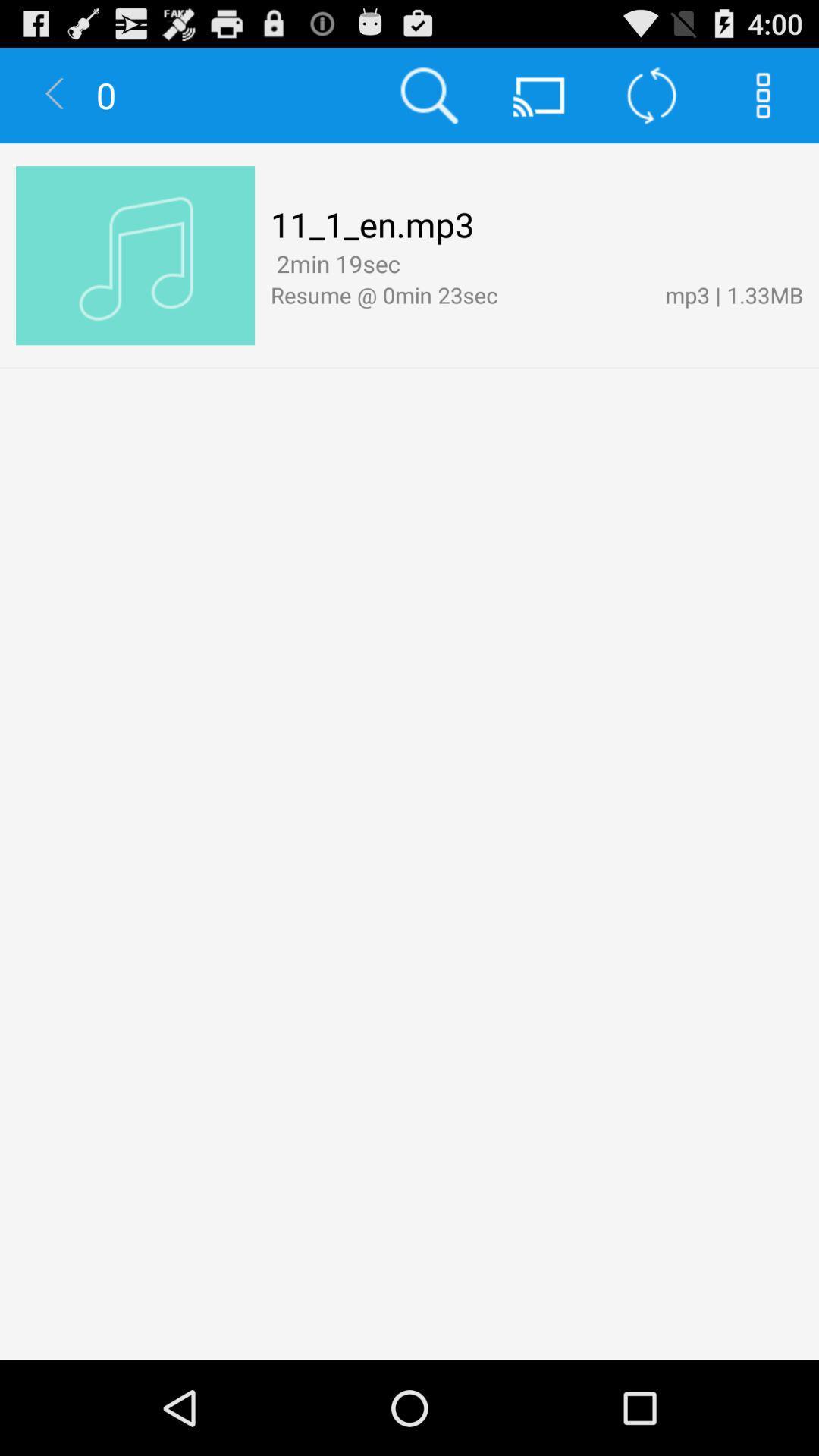 This screenshot has width=819, height=1456. I want to click on item to the left of 11_1_en.mp3 app, so click(134, 256).